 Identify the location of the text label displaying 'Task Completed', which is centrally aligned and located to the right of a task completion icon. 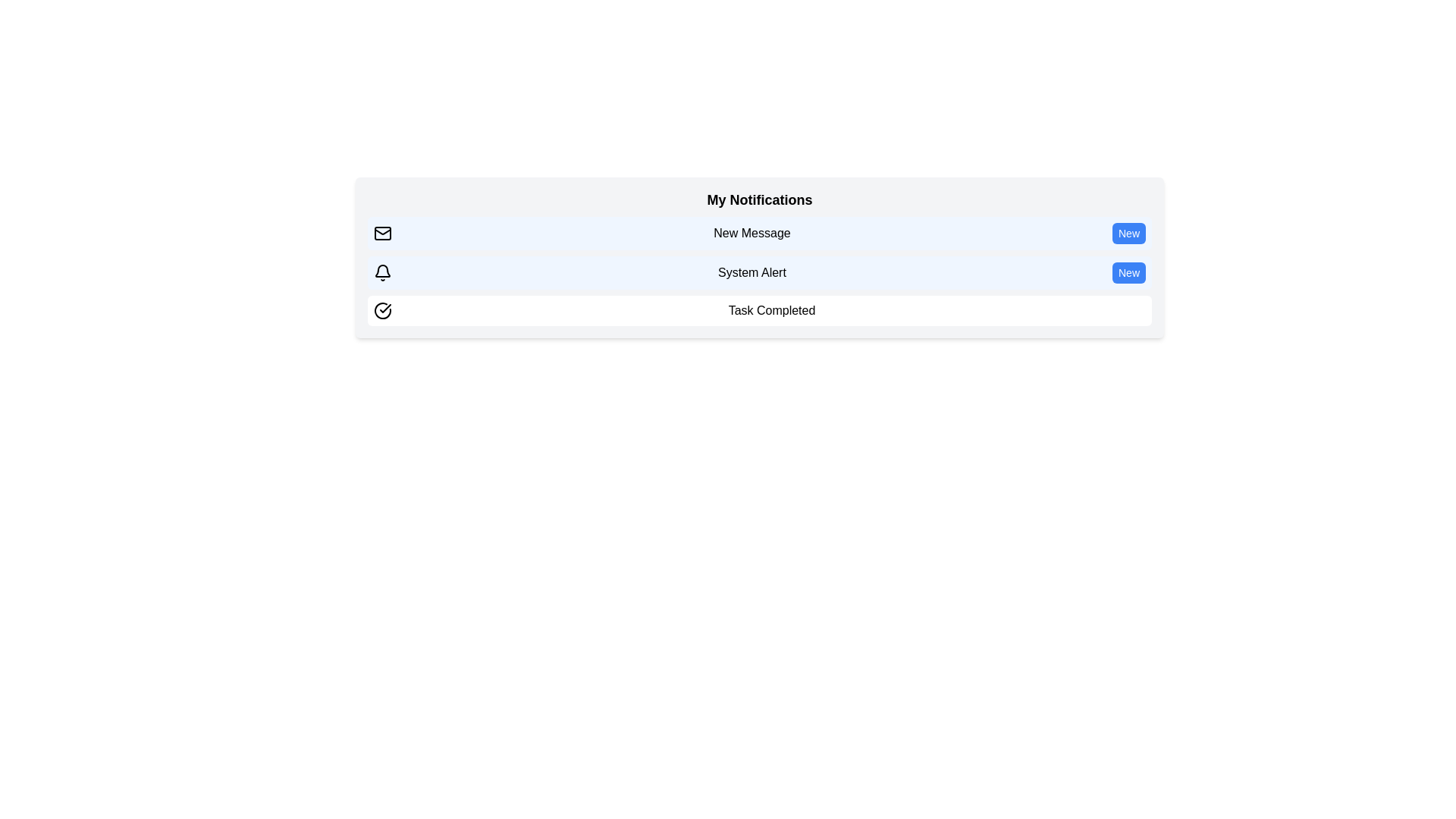
(771, 309).